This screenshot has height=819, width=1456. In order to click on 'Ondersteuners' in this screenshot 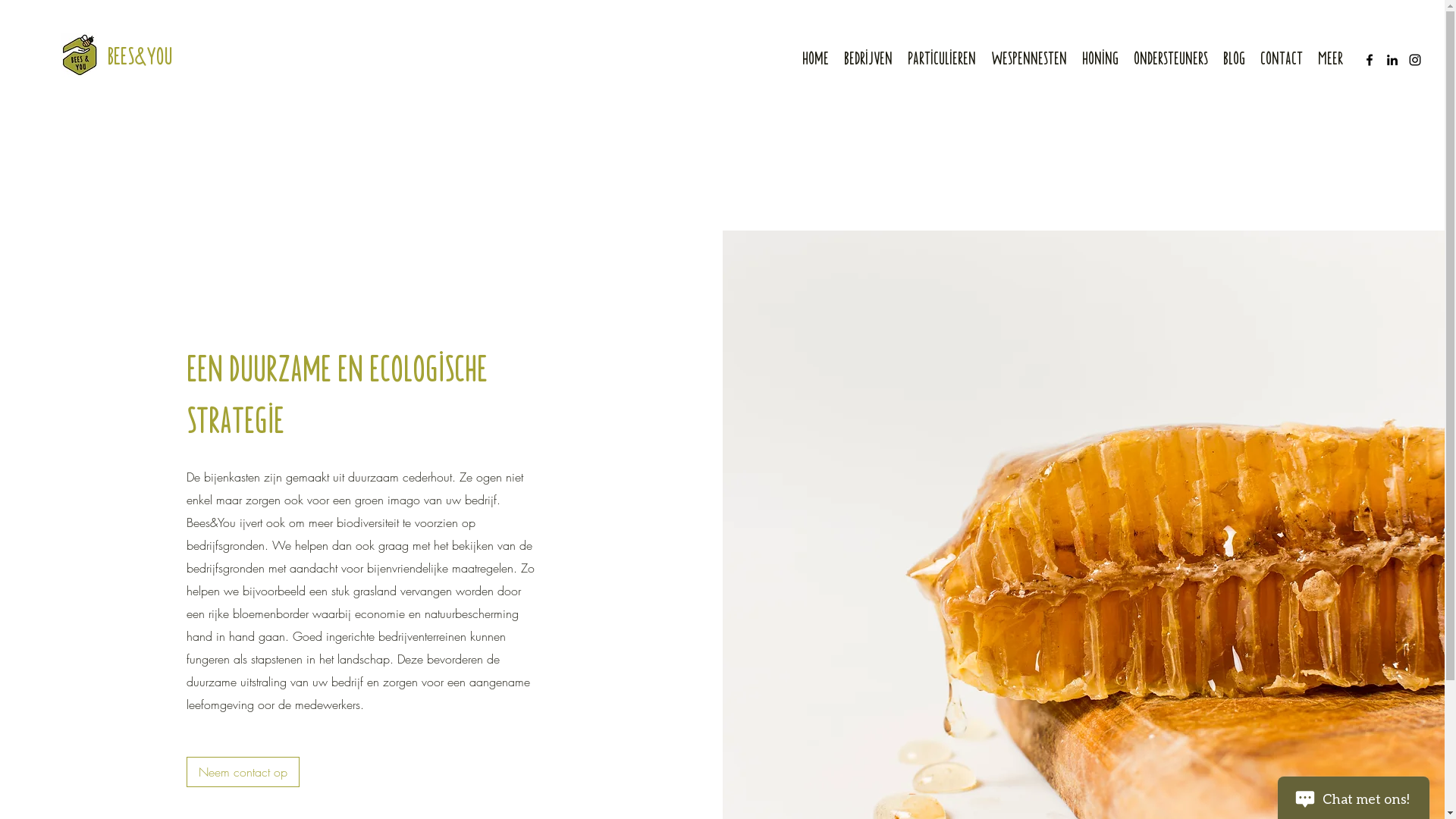, I will do `click(1170, 56)`.